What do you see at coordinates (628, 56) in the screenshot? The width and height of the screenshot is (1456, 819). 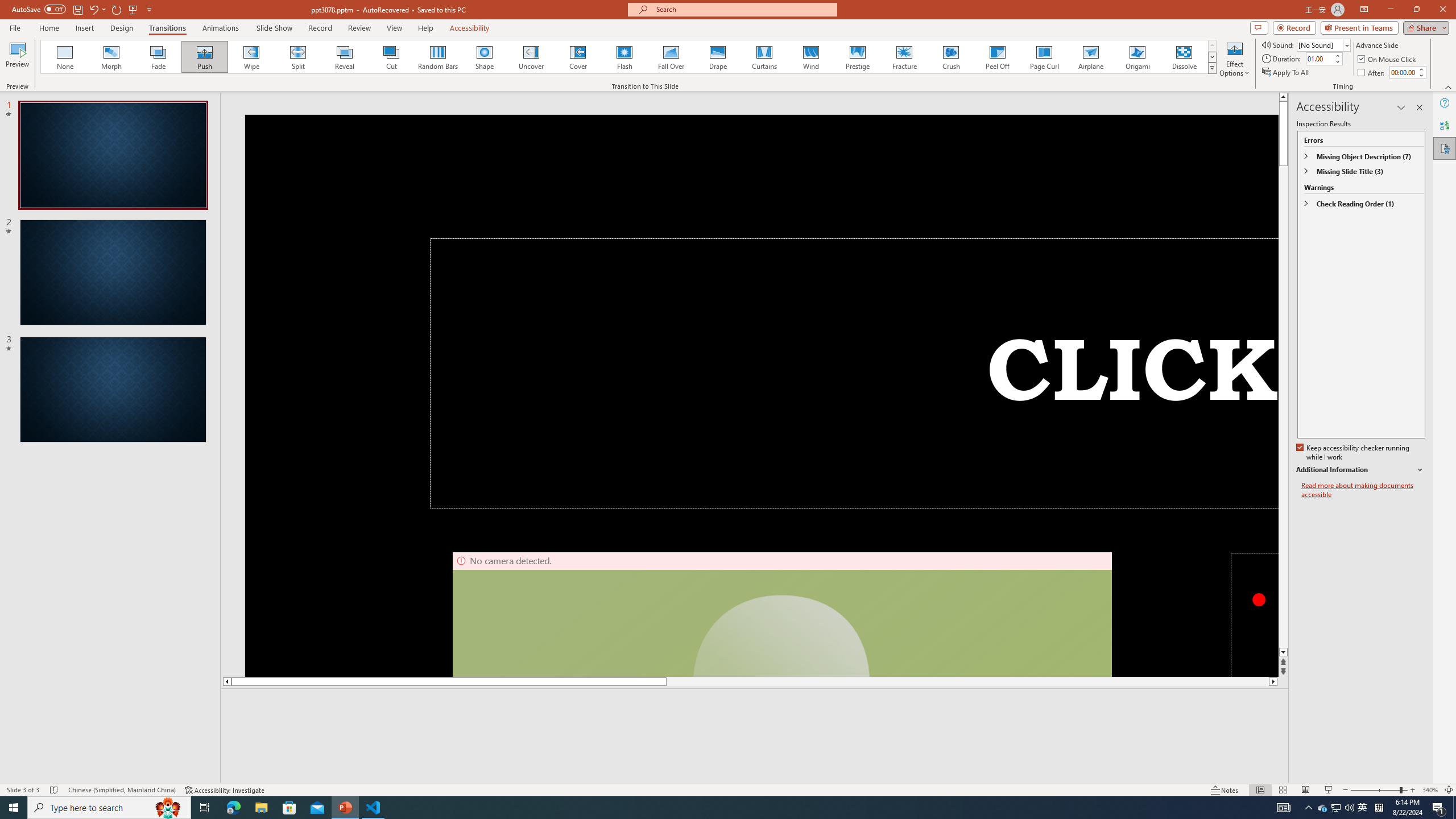 I see `'AutomationID: AnimationTransitionGallery'` at bounding box center [628, 56].